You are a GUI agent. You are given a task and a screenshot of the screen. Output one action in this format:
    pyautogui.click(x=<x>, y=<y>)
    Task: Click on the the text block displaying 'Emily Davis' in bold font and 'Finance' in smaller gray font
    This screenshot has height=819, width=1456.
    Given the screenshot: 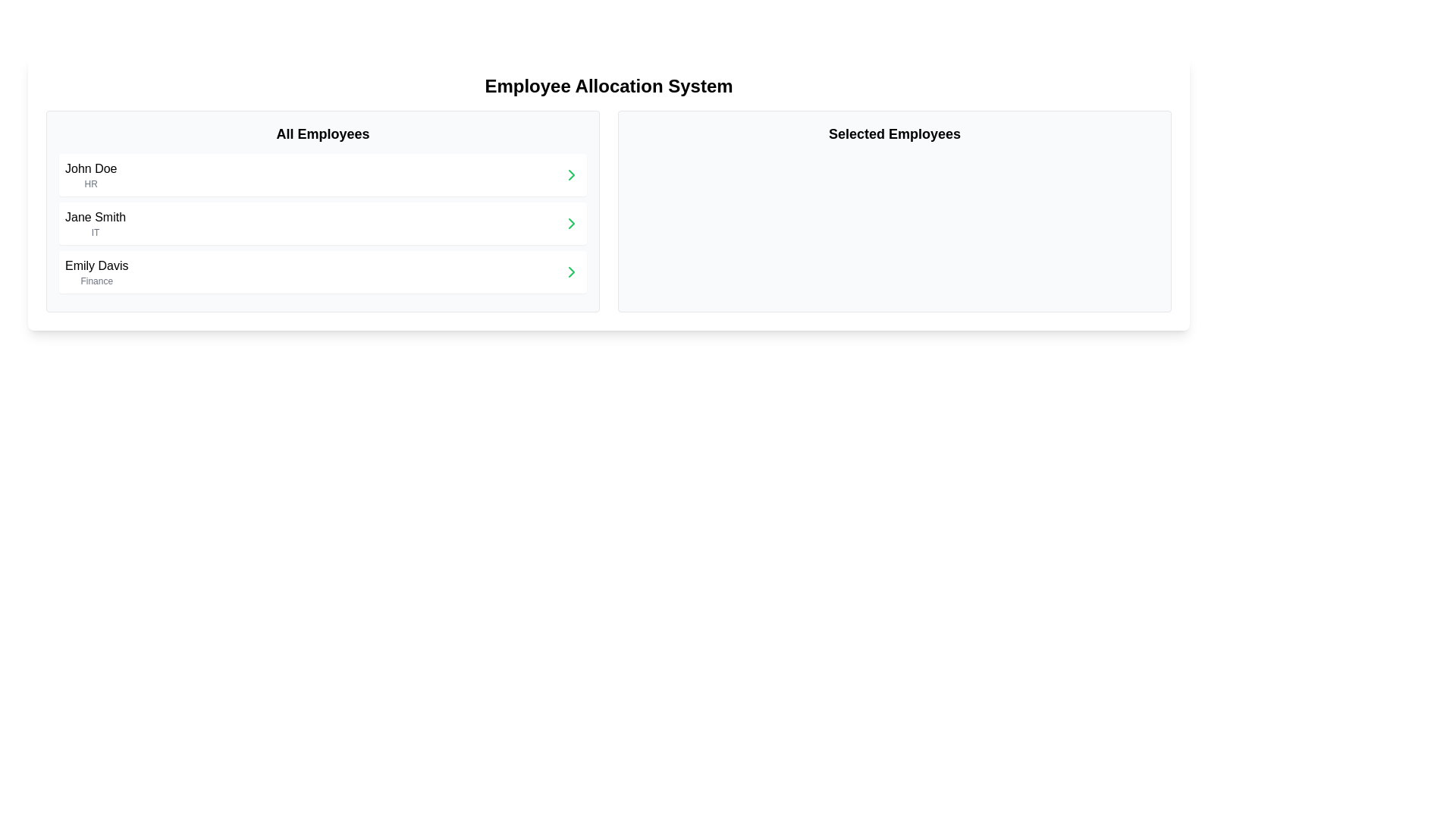 What is the action you would take?
    pyautogui.click(x=96, y=271)
    